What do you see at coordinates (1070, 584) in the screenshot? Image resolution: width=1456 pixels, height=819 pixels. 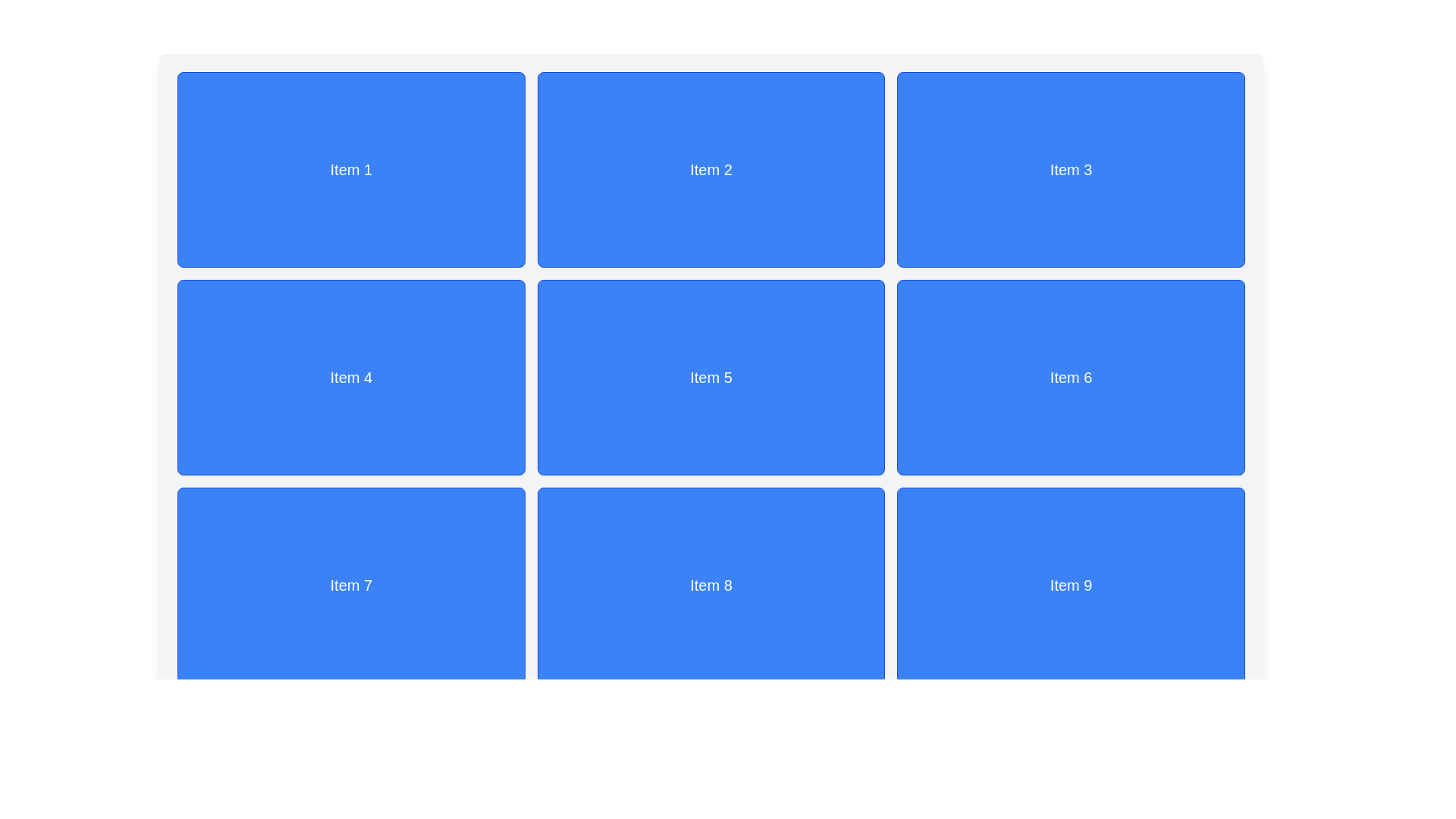 I see `the Grid item card with a vivid blue background containing the text 'Item 9' in bold white font, located at the bottom-right corner of the 3x3 grid layout` at bounding box center [1070, 584].